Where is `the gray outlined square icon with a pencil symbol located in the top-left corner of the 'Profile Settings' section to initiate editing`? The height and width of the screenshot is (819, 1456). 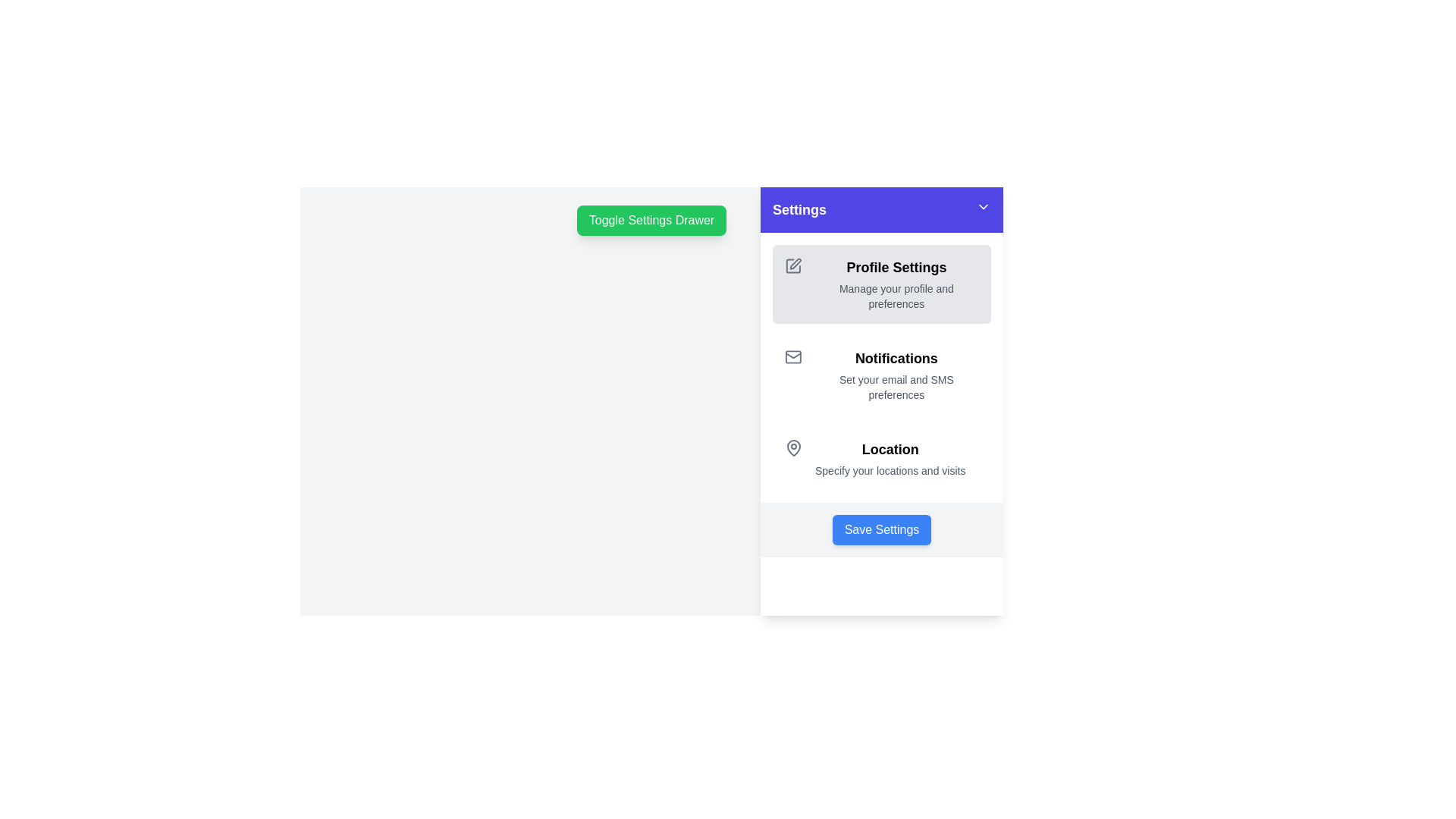
the gray outlined square icon with a pencil symbol located in the top-left corner of the 'Profile Settings' section to initiate editing is located at coordinates (792, 265).